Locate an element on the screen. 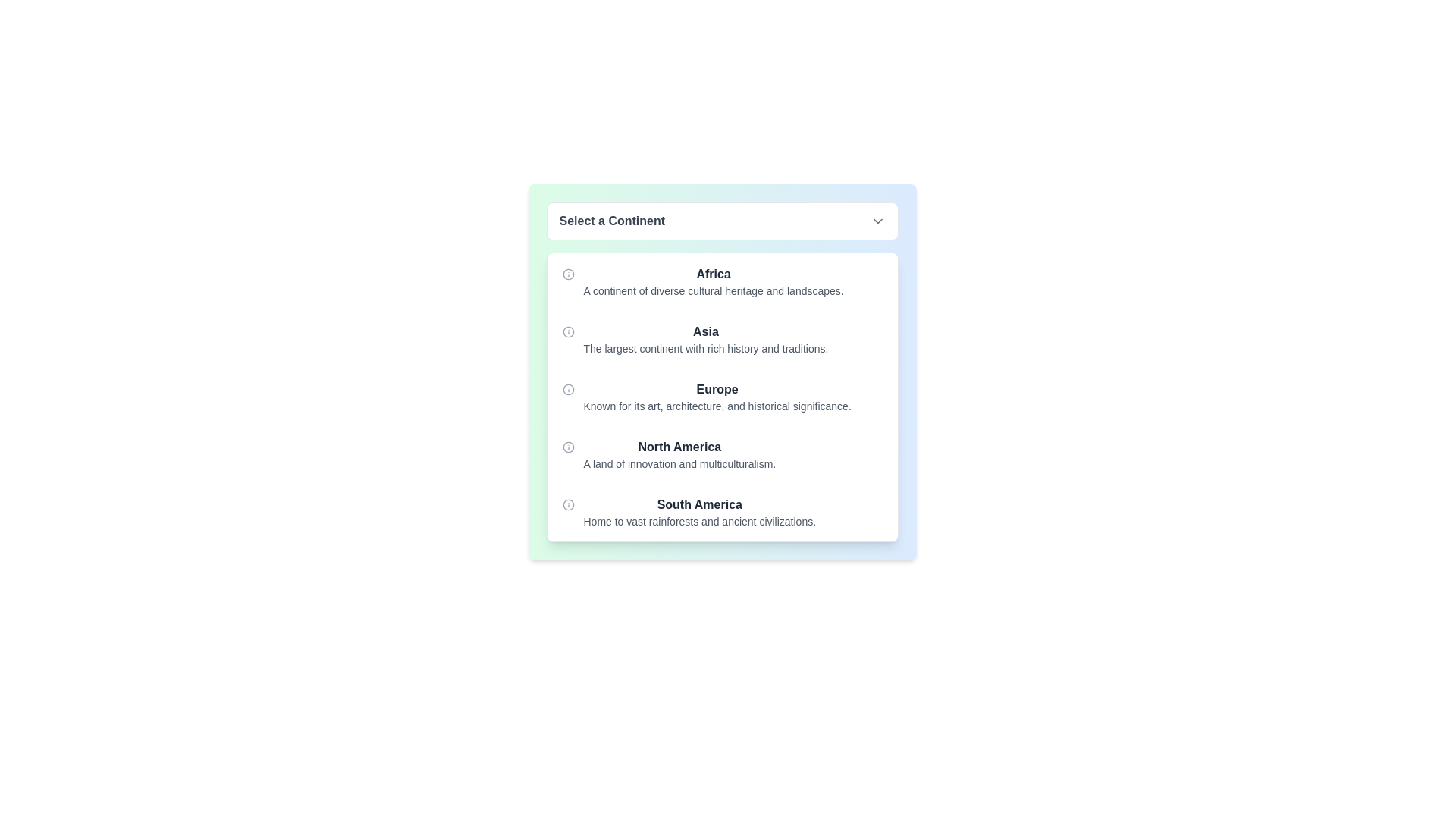 The width and height of the screenshot is (1456, 819). the selectable list item representing 'Asia' is located at coordinates (721, 338).